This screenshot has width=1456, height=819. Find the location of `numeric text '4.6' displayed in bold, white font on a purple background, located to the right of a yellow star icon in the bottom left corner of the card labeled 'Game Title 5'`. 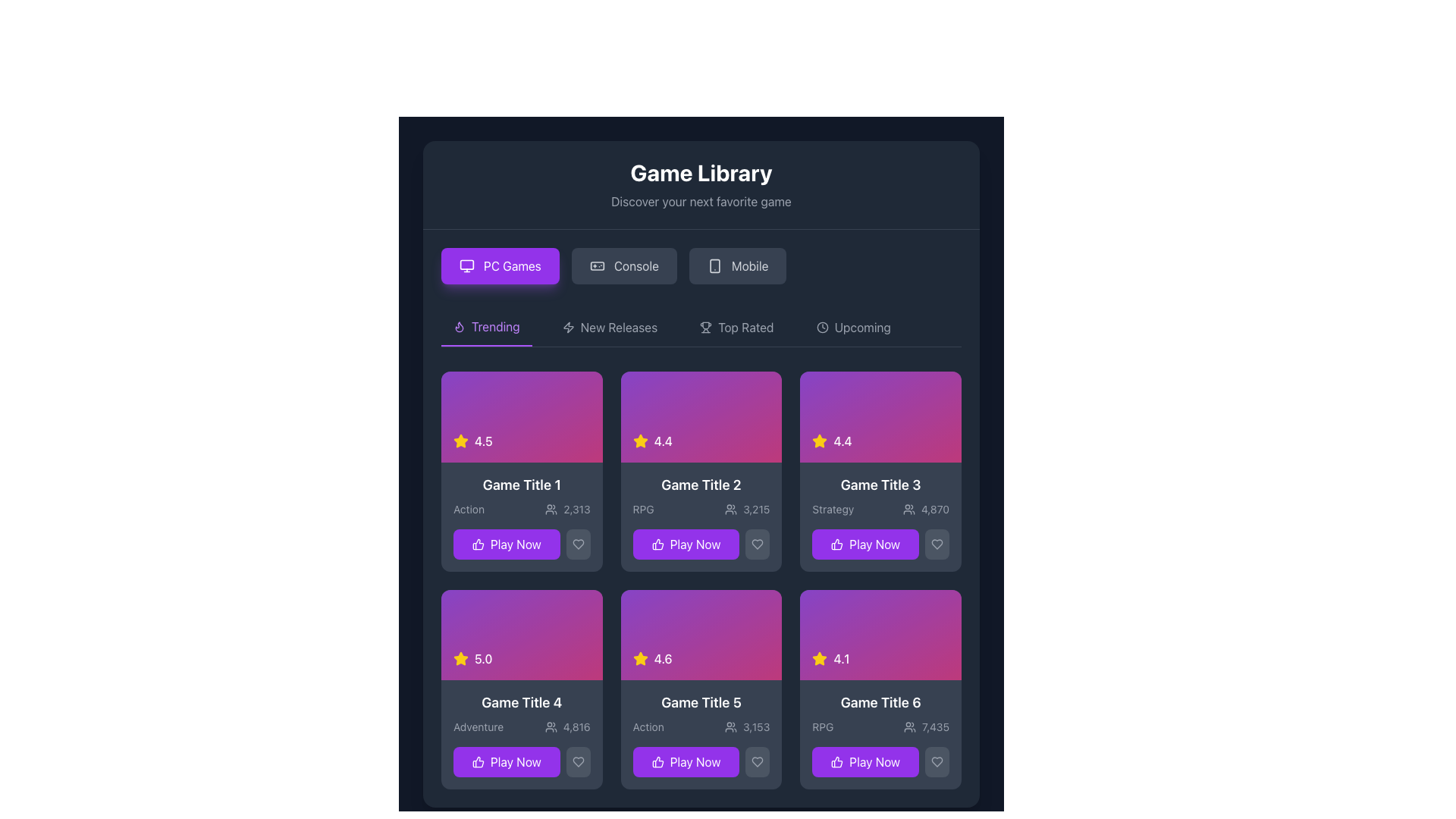

numeric text '4.6' displayed in bold, white font on a purple background, located to the right of a yellow star icon in the bottom left corner of the card labeled 'Game Title 5' is located at coordinates (663, 658).